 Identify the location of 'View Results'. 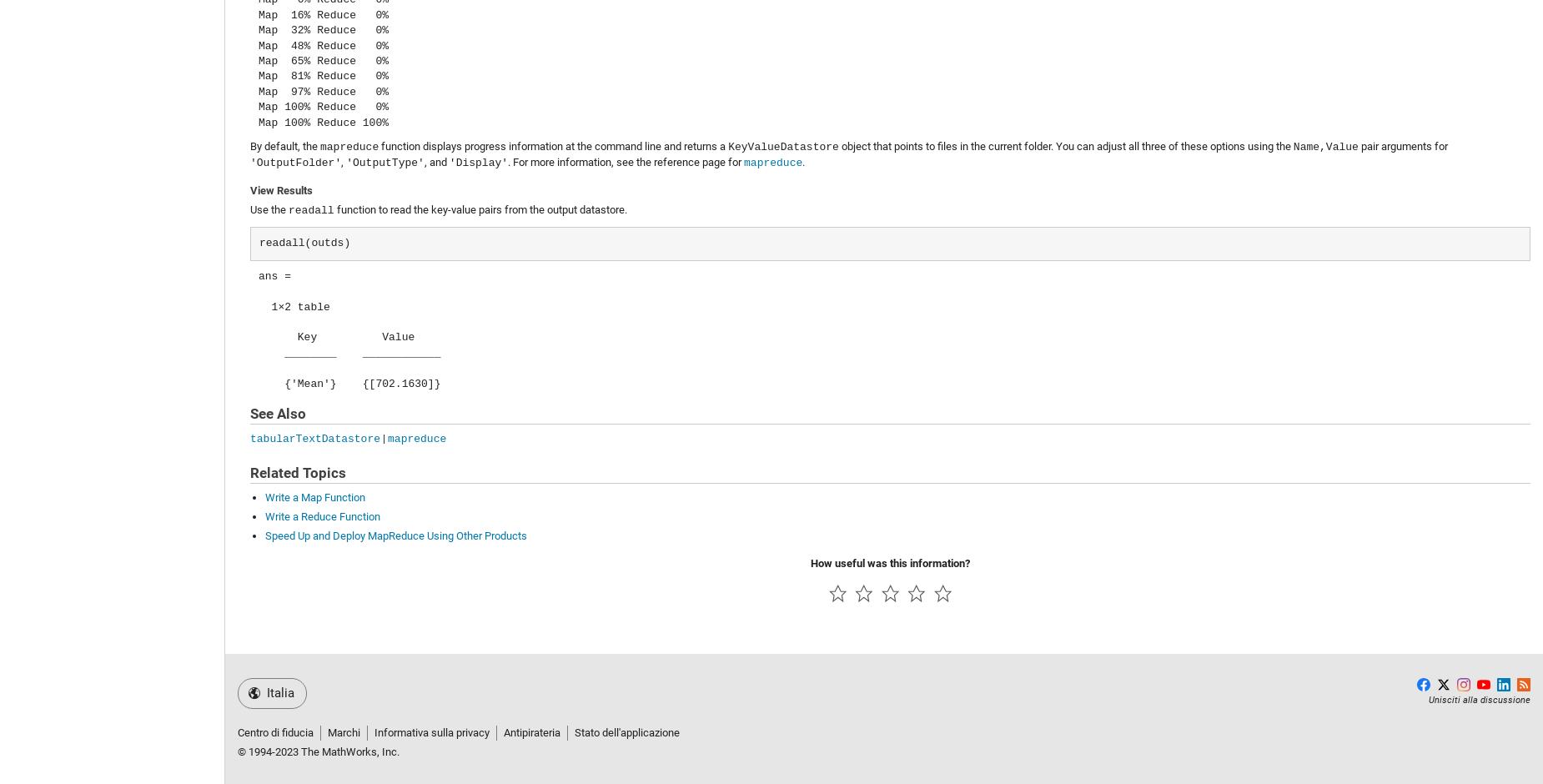
(280, 189).